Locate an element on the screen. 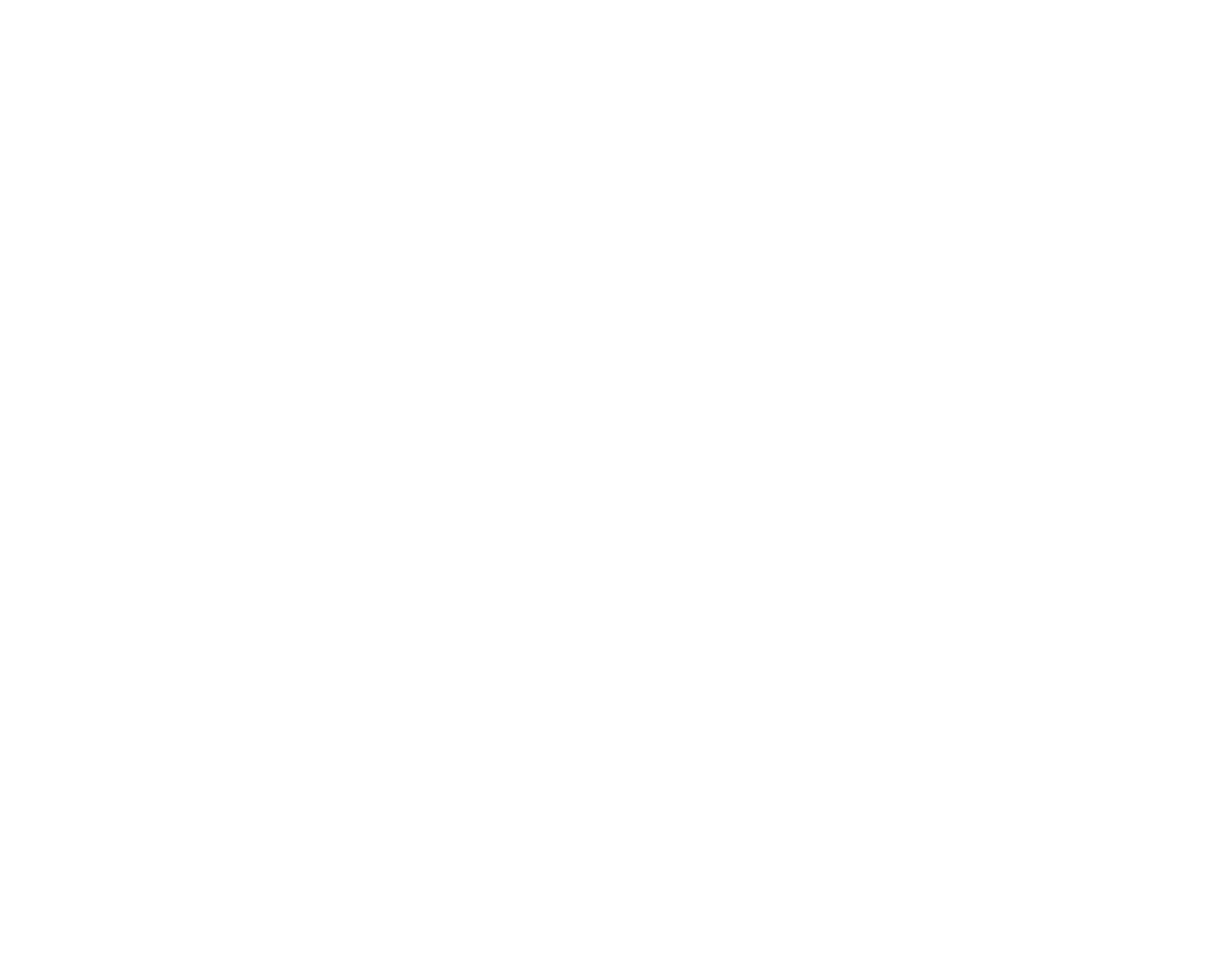 Image resolution: width=1224 pixels, height=980 pixels. 'page to learn more.' is located at coordinates (755, 324).